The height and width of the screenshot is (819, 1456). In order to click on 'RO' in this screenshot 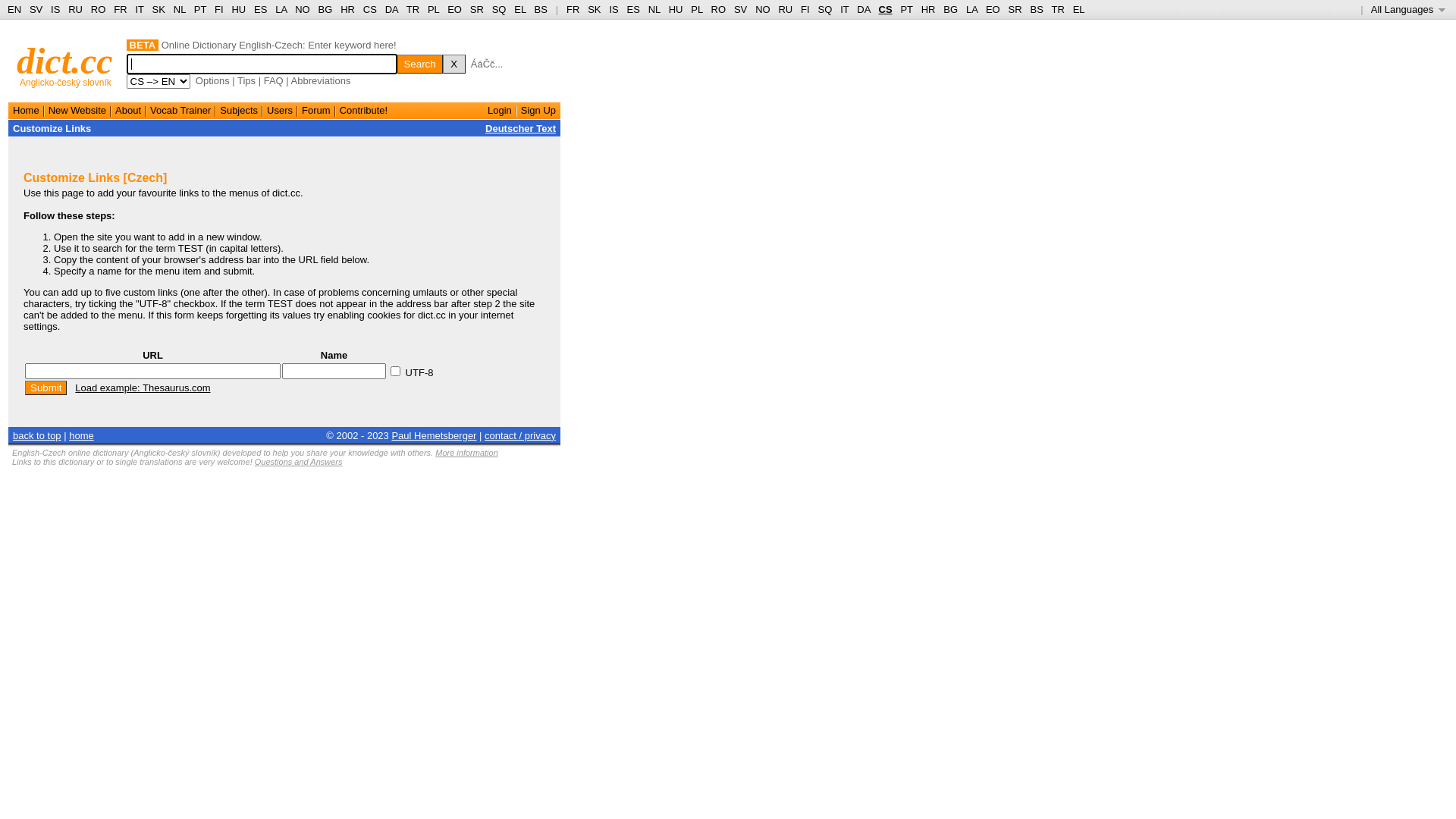, I will do `click(718, 9)`.